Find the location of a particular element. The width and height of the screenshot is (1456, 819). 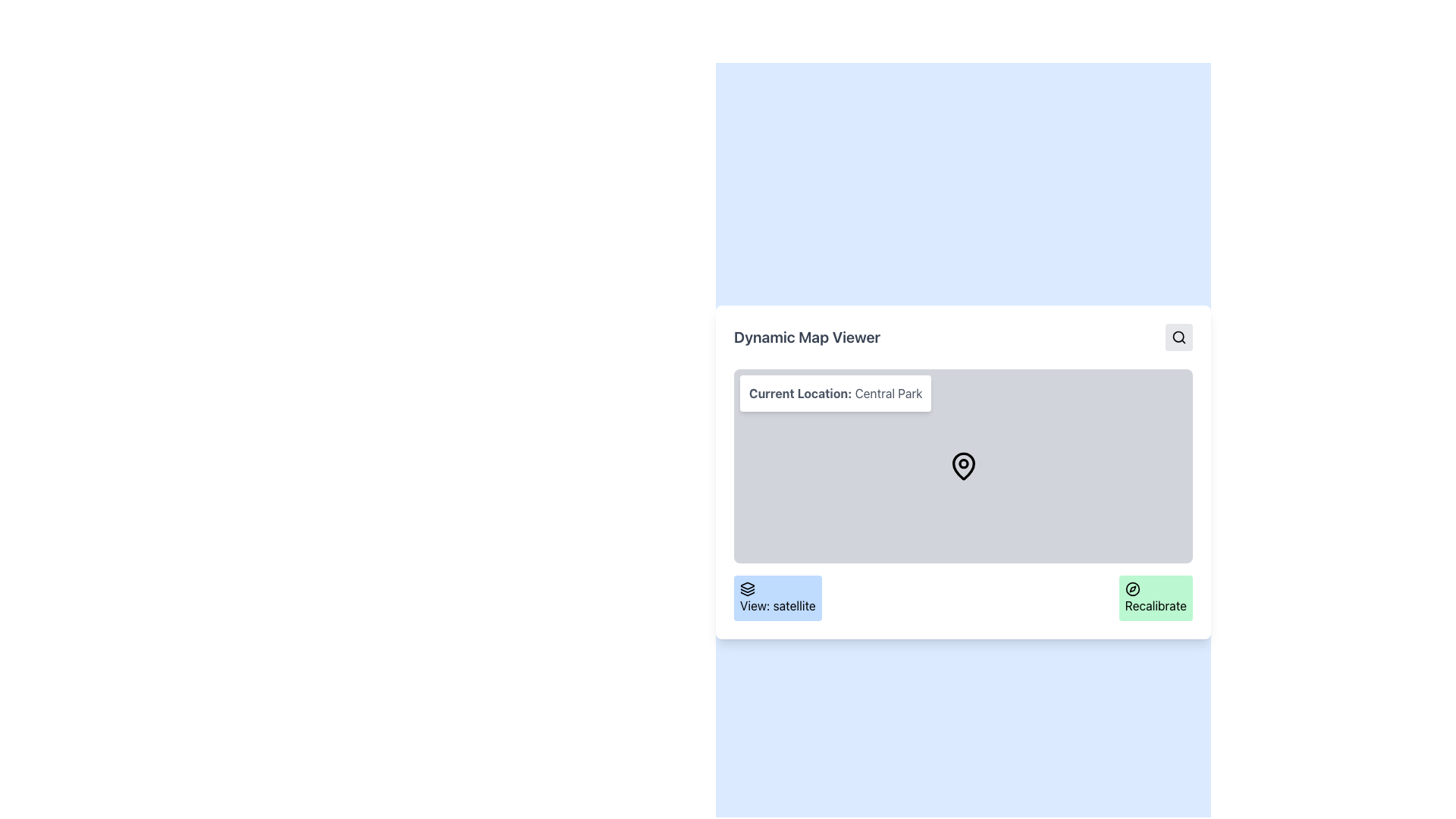

the search button located at the top-right corner of the 'Dynamic Map Viewer' with a light gray background and a magnifying glass icon is located at coordinates (1178, 336).